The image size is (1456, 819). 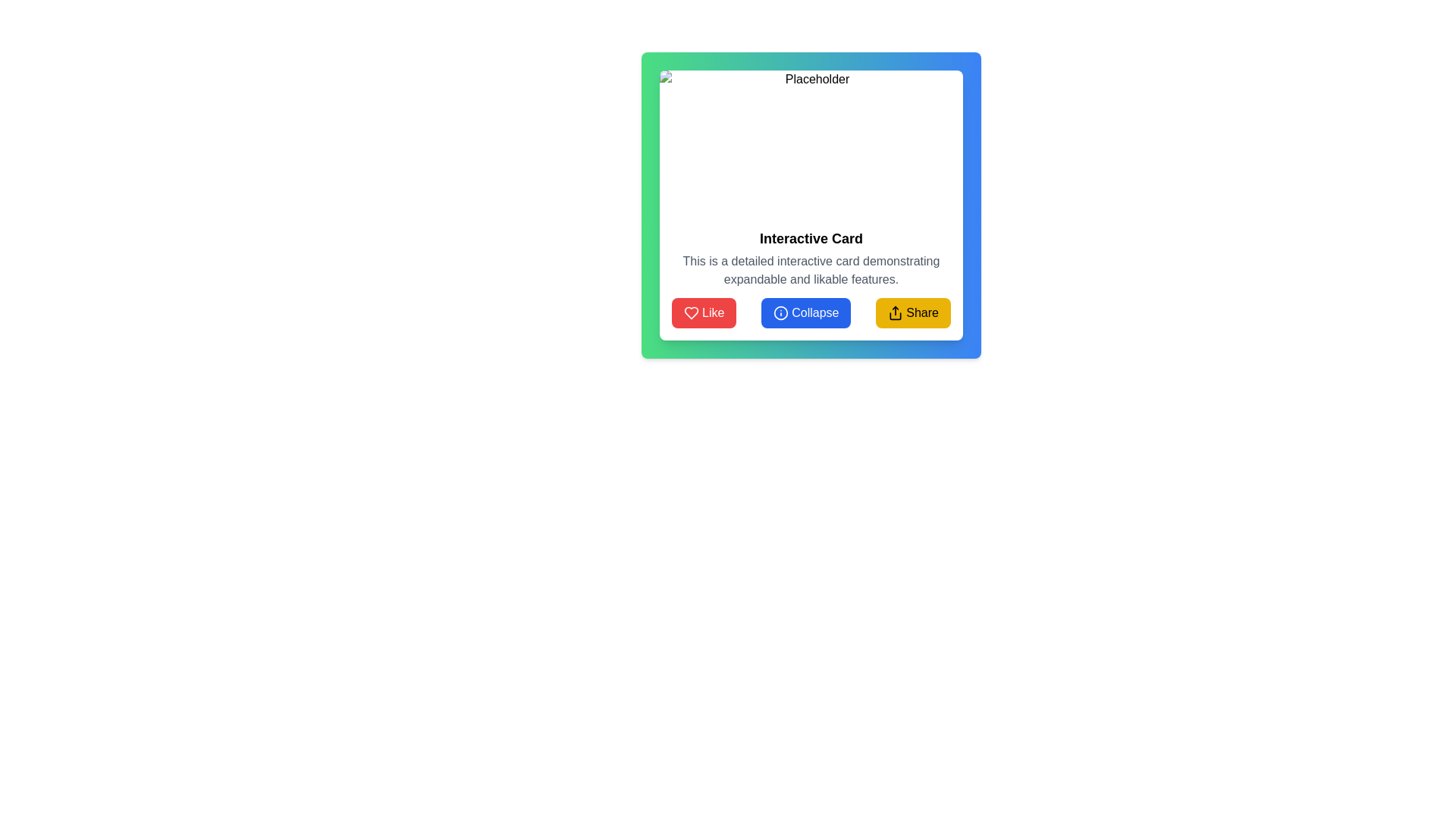 What do you see at coordinates (691, 312) in the screenshot?
I see `the heart icon button located at the bottom left of the card layout to like the content` at bounding box center [691, 312].